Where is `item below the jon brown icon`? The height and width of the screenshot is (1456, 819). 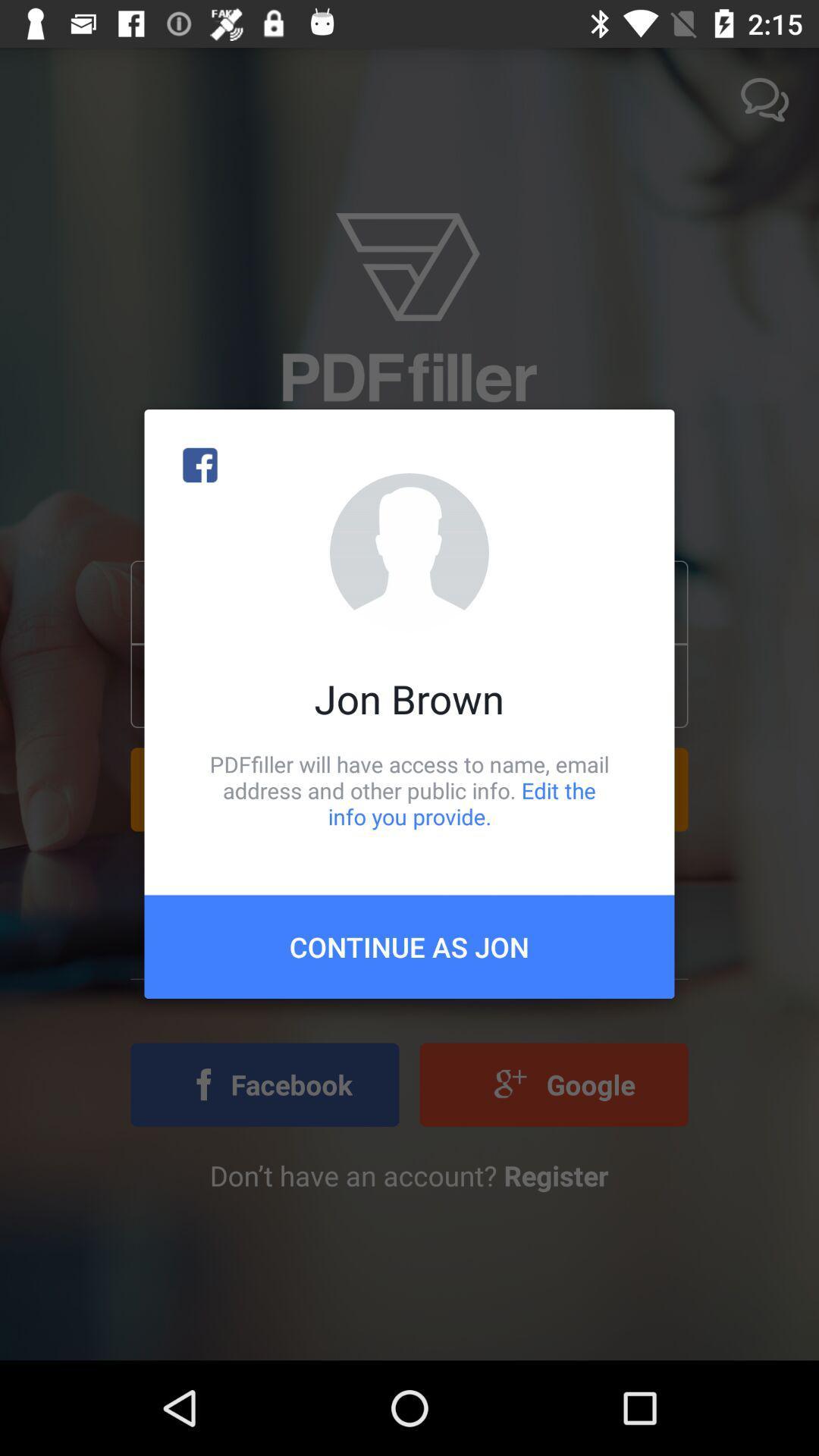
item below the jon brown icon is located at coordinates (409, 789).